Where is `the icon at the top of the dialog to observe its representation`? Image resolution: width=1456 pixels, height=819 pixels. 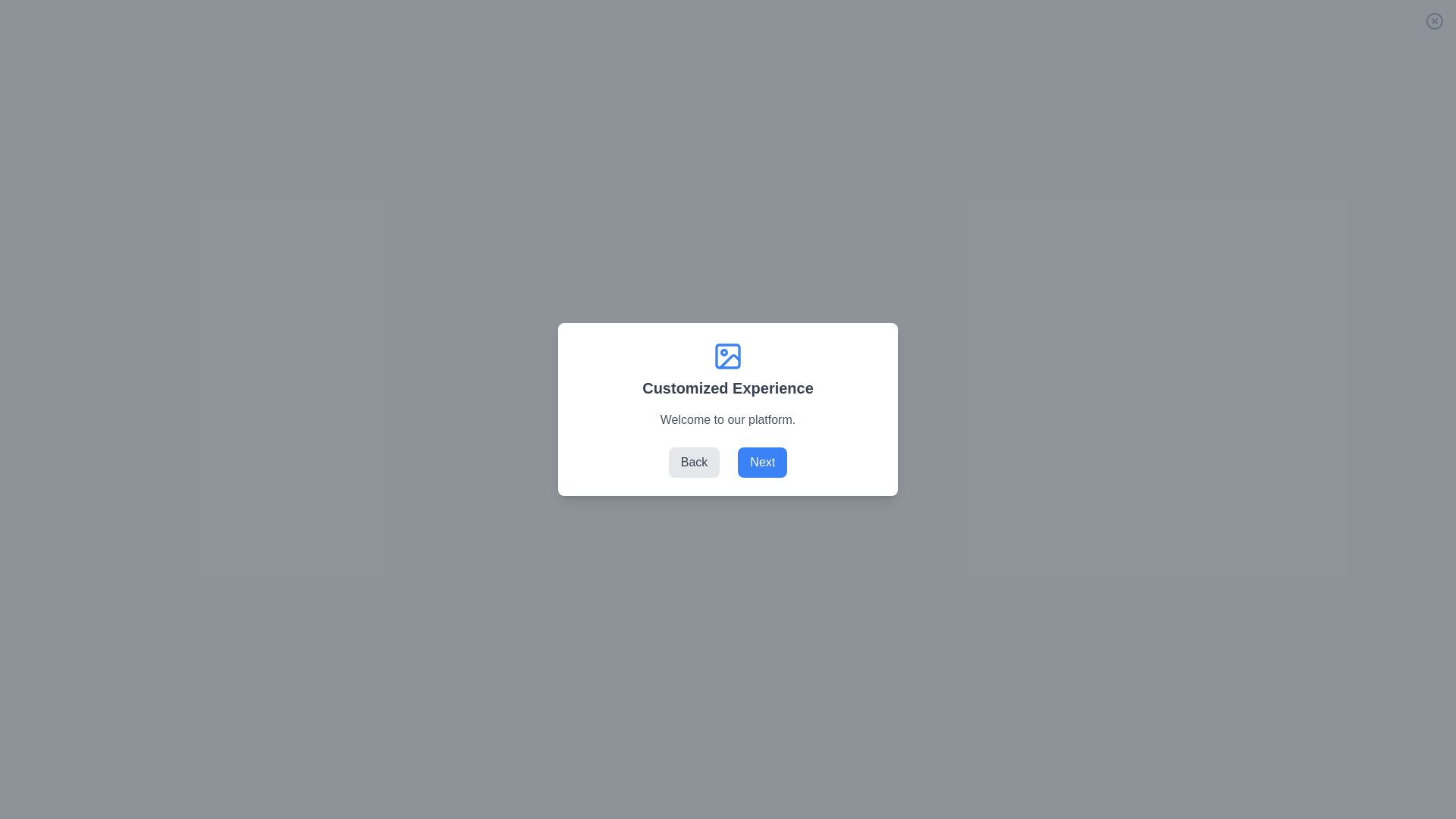
the icon at the top of the dialog to observe its representation is located at coordinates (728, 356).